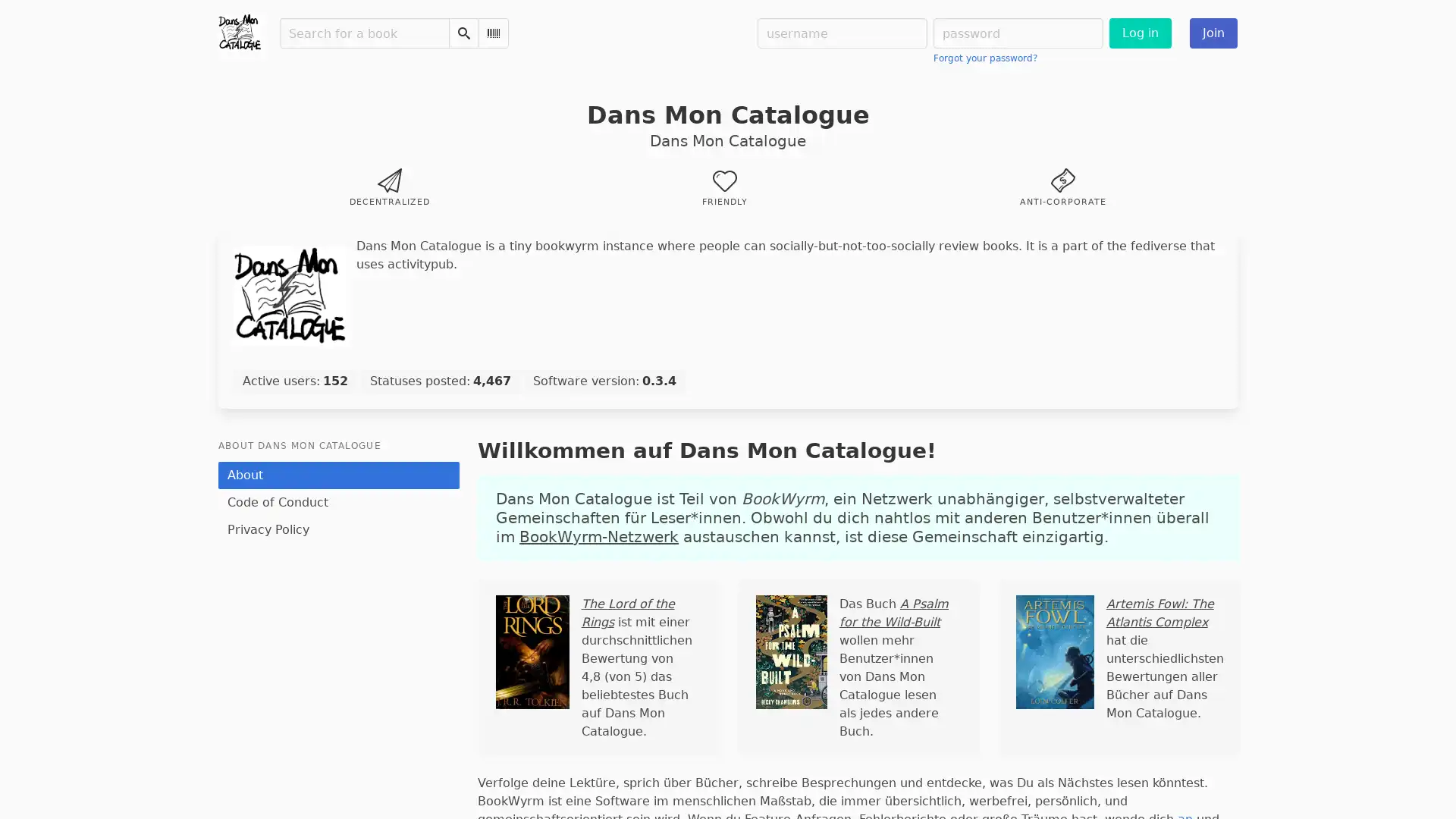 The height and width of the screenshot is (819, 1456). What do you see at coordinates (1140, 33) in the screenshot?
I see `Log in` at bounding box center [1140, 33].